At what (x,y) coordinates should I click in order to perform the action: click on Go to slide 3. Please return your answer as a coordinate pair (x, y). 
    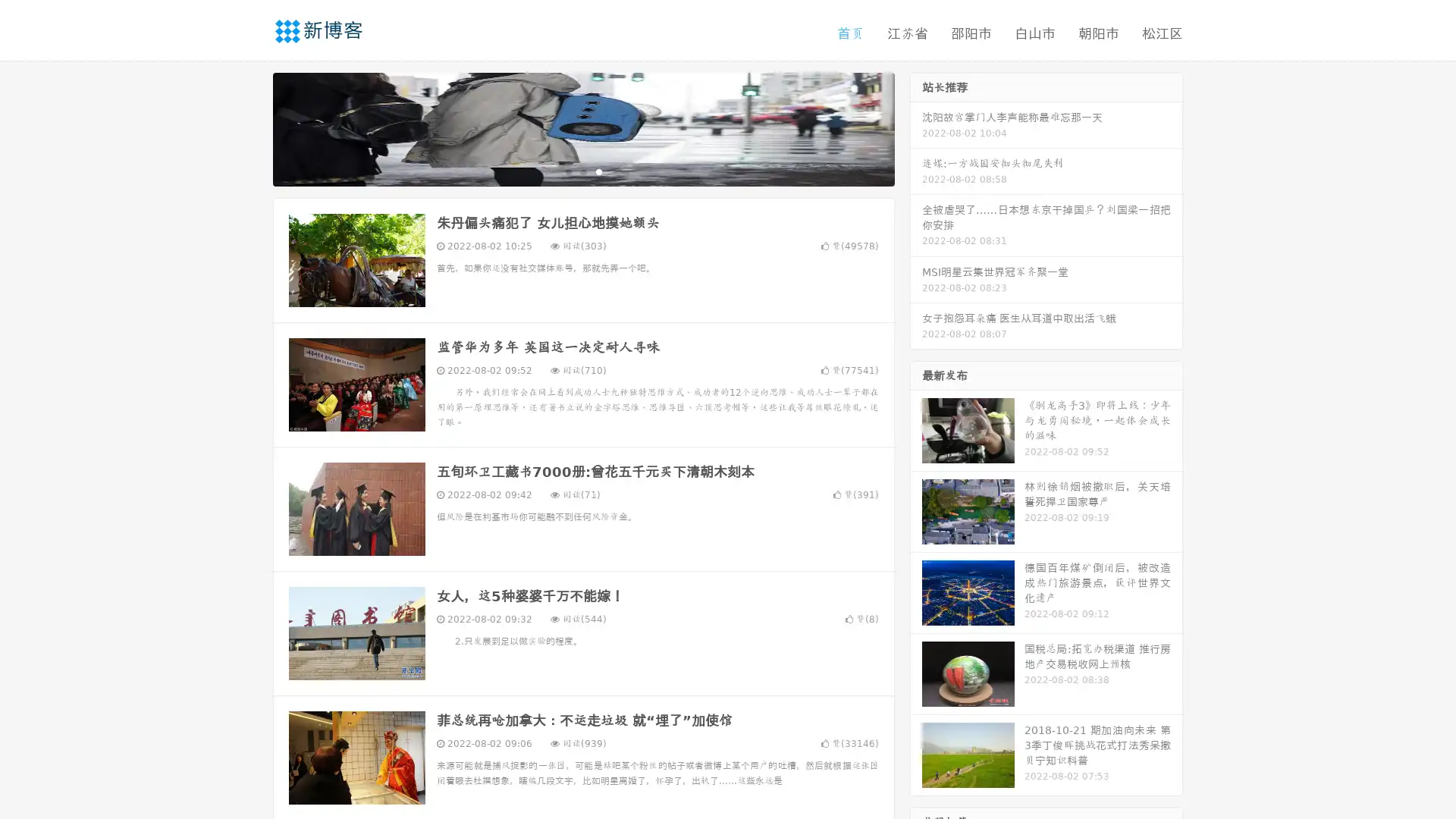
    Looking at the image, I should click on (598, 171).